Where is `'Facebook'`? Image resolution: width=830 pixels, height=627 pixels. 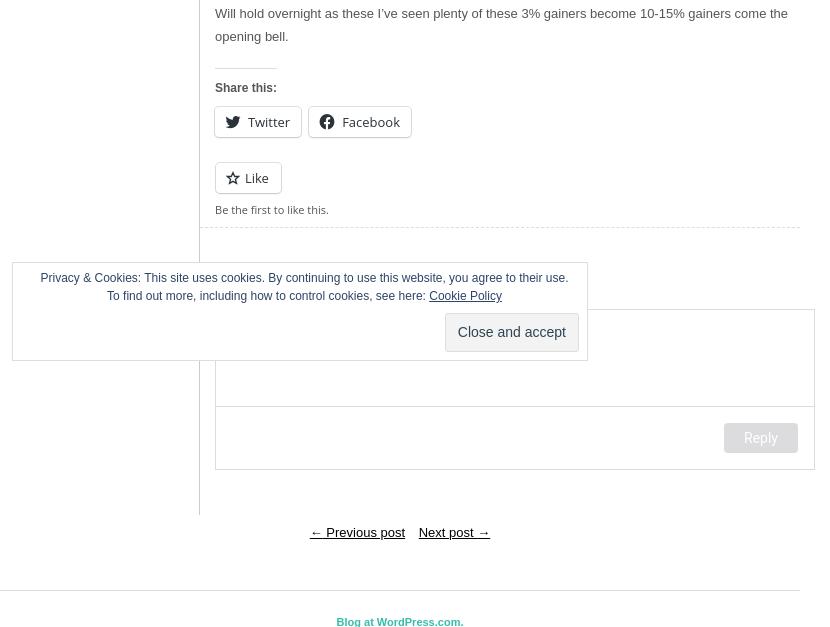
'Facebook' is located at coordinates (371, 121).